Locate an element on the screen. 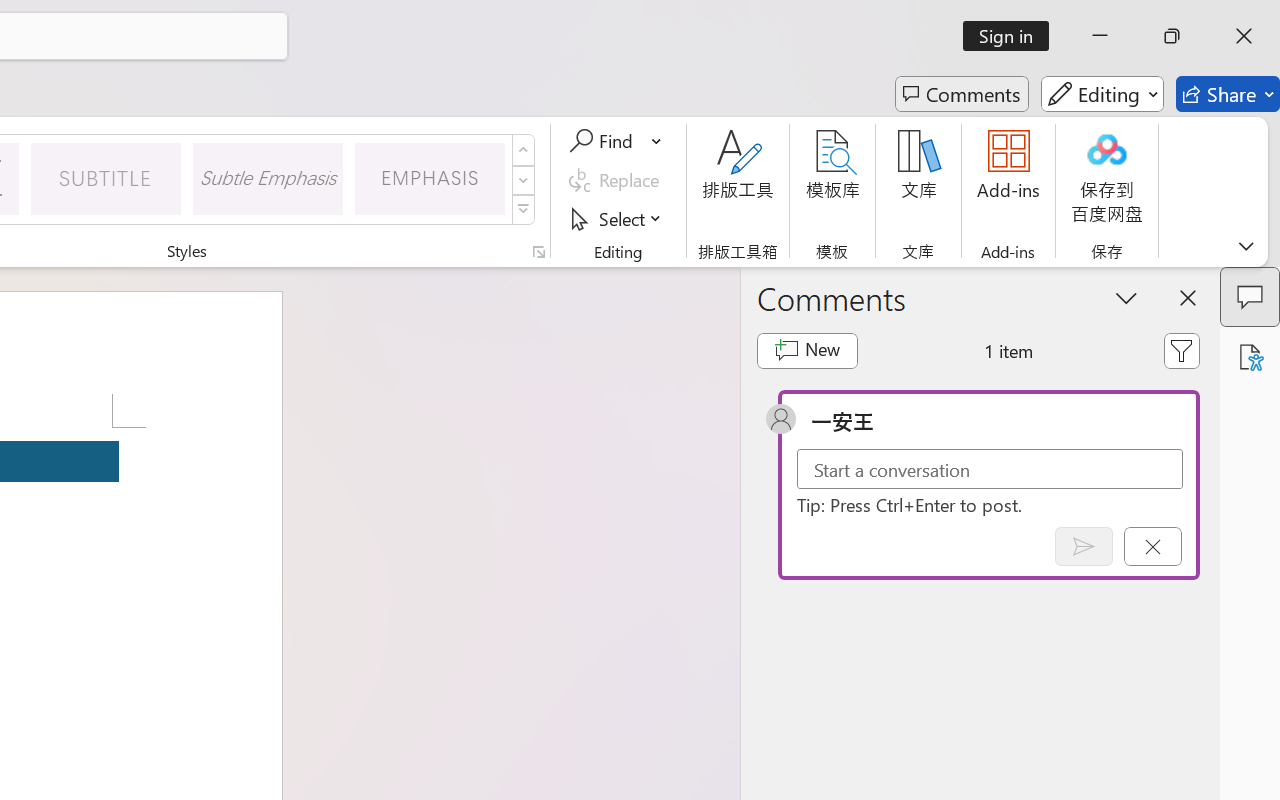  'Accessibility Assistant' is located at coordinates (1248, 357).